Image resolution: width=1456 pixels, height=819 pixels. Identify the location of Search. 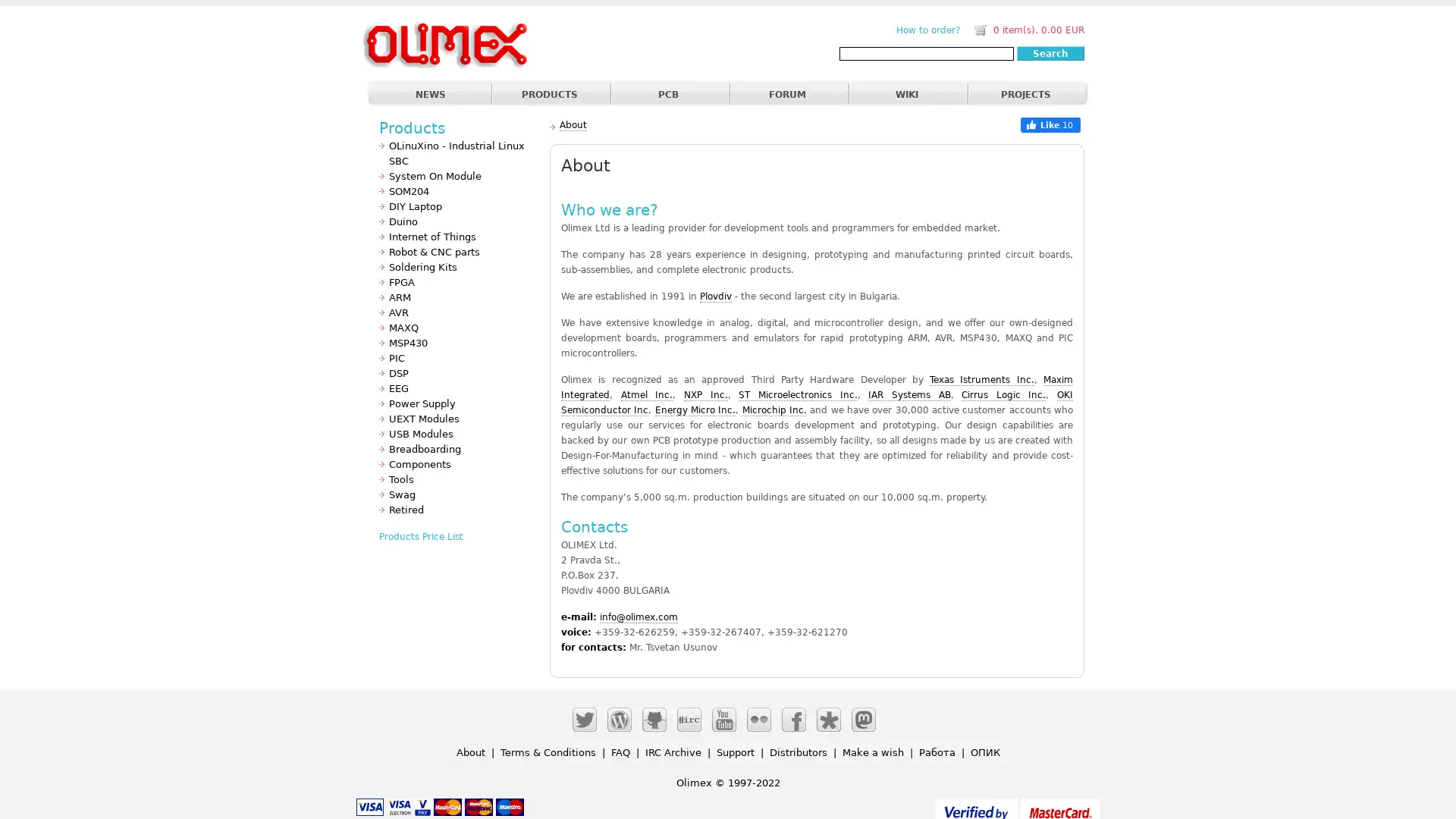
(1050, 52).